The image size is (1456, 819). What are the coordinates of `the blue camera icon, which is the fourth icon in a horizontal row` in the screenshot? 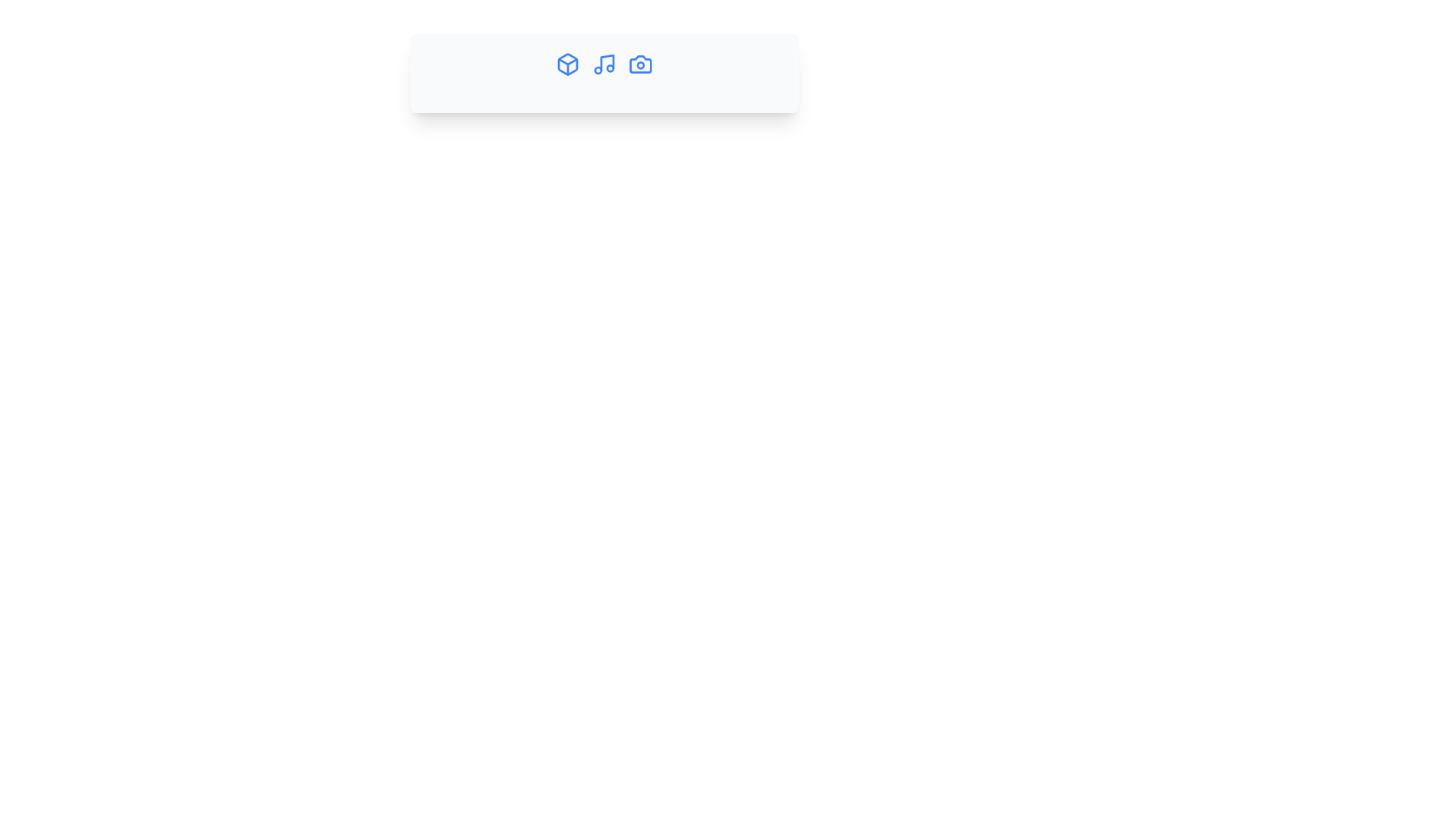 It's located at (640, 63).